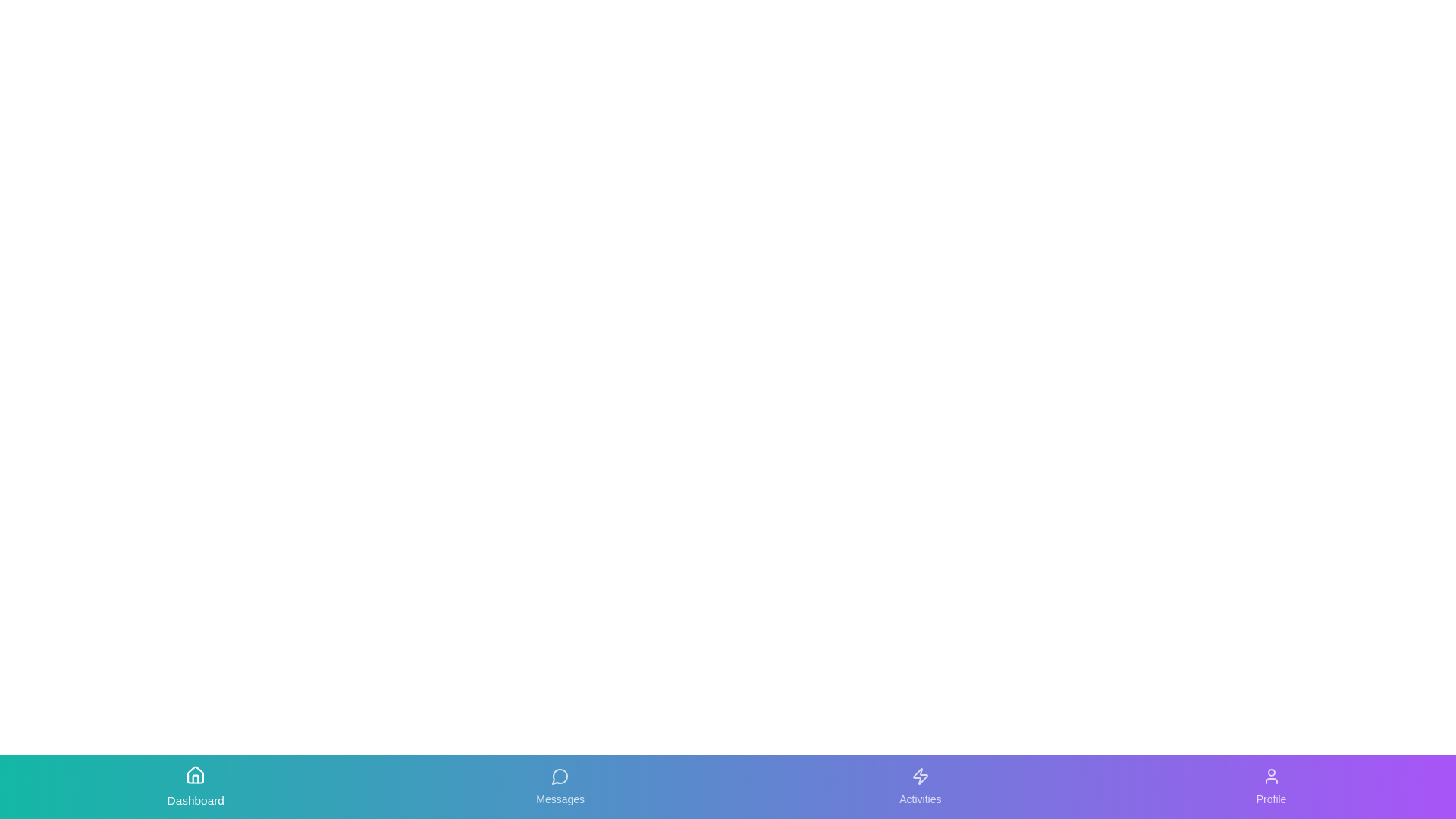 The width and height of the screenshot is (1456, 819). What do you see at coordinates (194, 786) in the screenshot?
I see `the Dashboard tab in the navigation bar` at bounding box center [194, 786].